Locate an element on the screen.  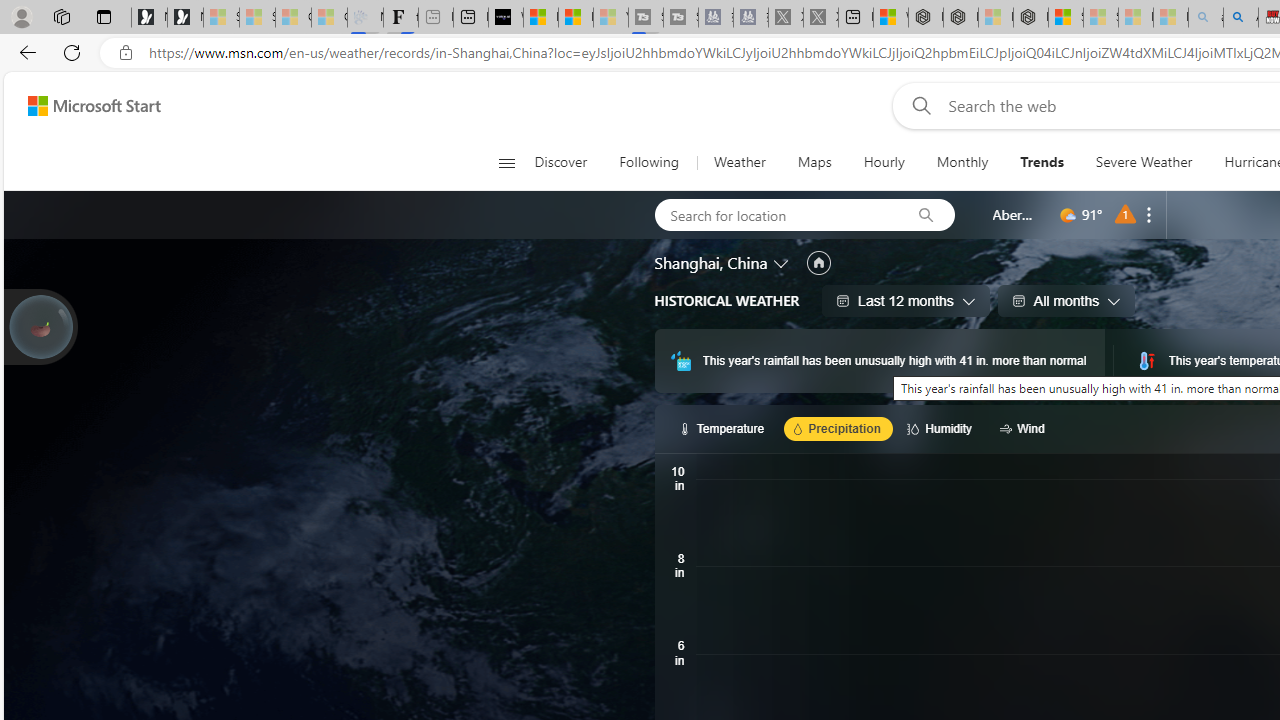
'Search for location' is located at coordinates (775, 214).